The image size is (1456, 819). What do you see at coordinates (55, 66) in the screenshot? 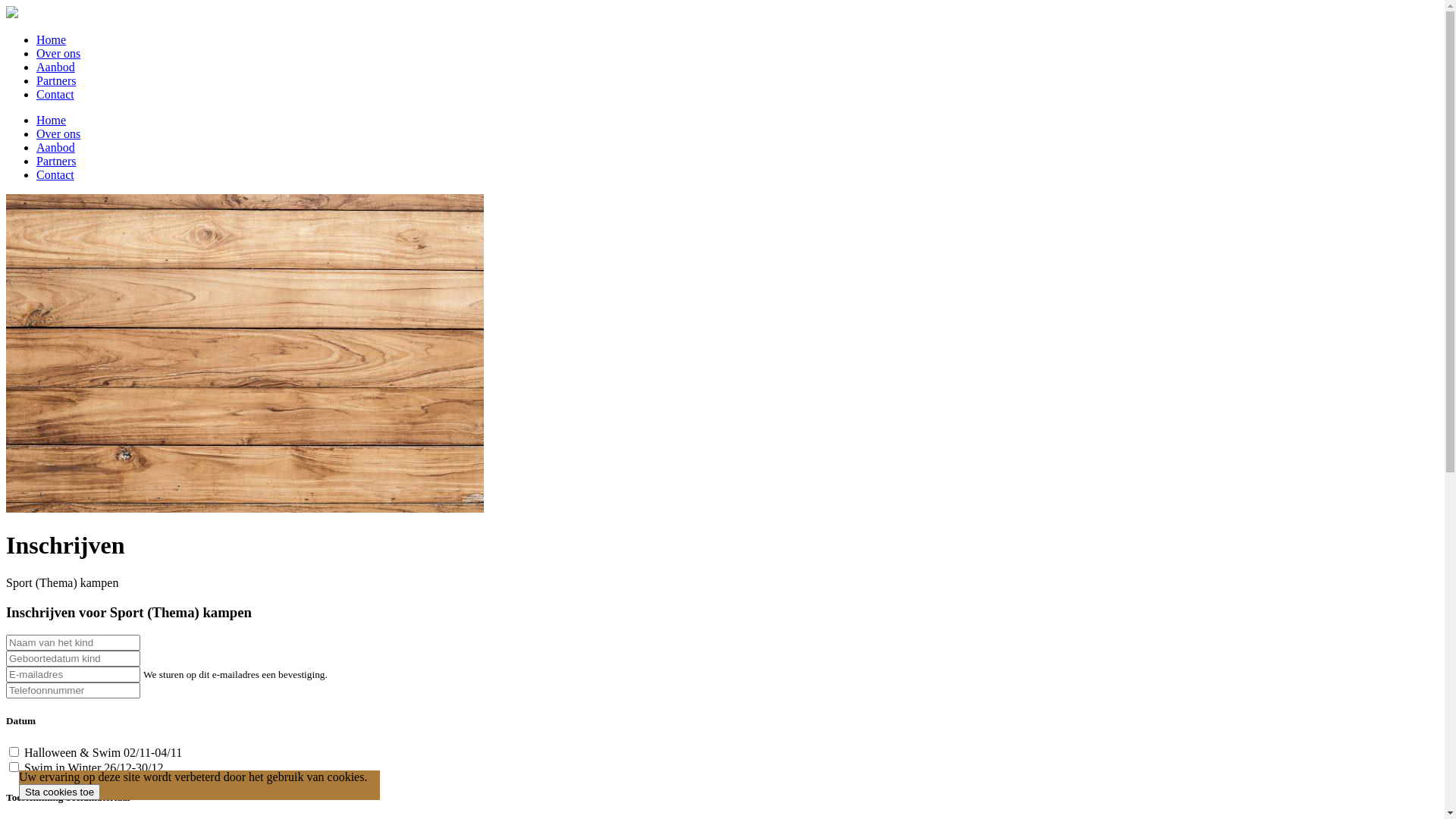
I see `'Aanbod'` at bounding box center [55, 66].